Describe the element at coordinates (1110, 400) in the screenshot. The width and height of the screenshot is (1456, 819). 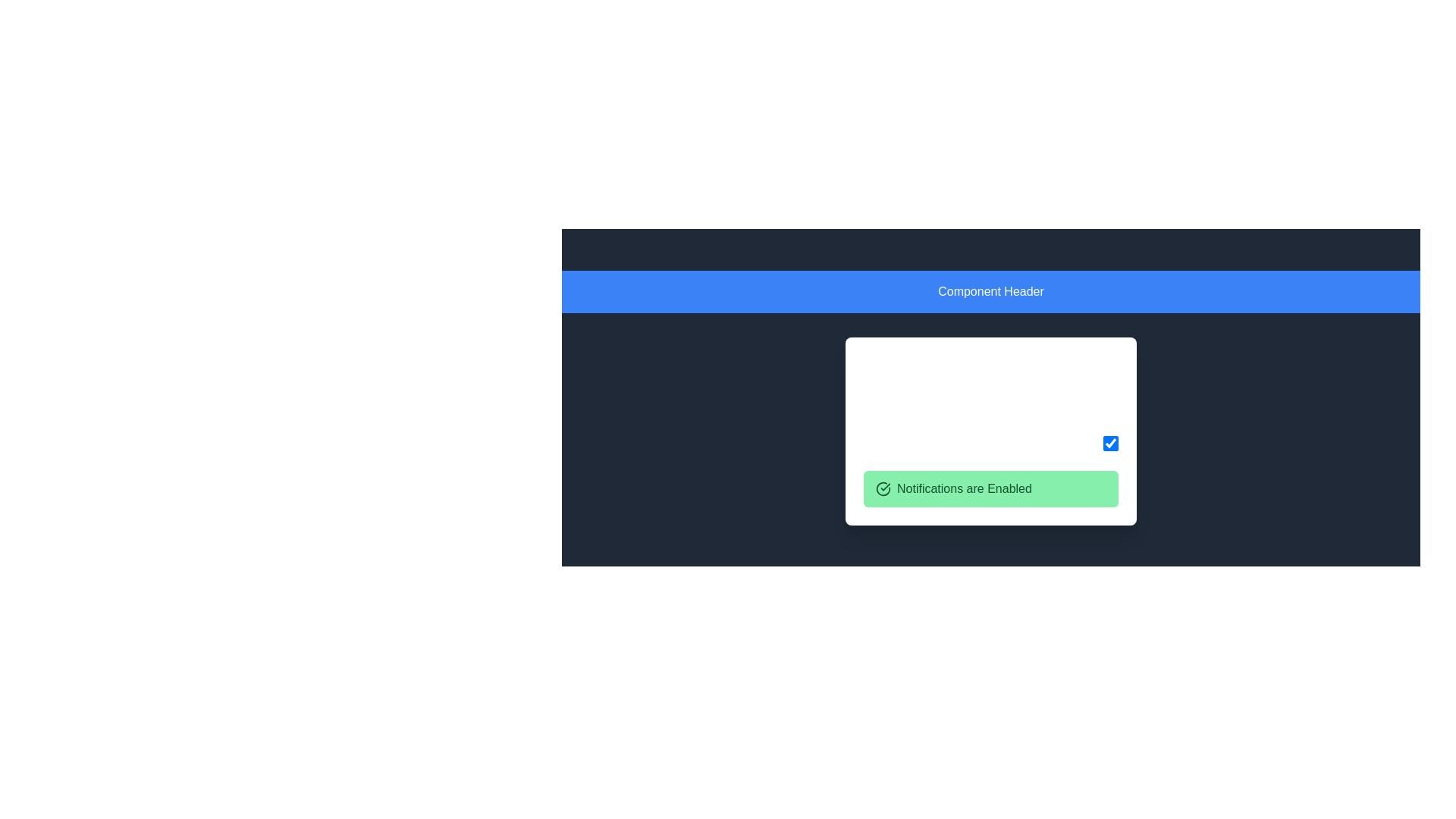
I see `the small, white, circular toggle indicator located within the toggle switch in the lower-right area of the modal-like white card` at that location.